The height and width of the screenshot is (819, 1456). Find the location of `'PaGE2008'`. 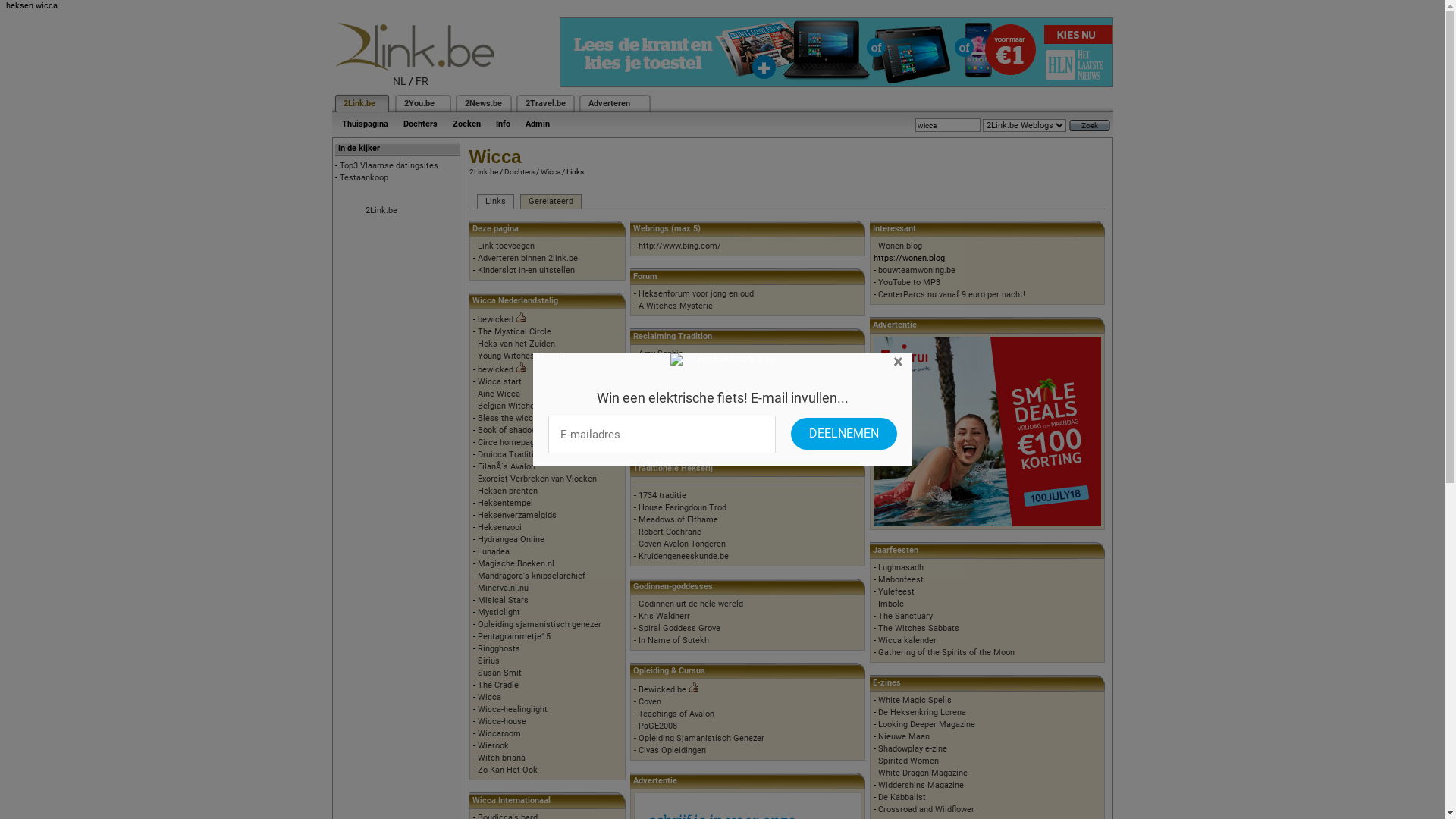

'PaGE2008' is located at coordinates (657, 725).